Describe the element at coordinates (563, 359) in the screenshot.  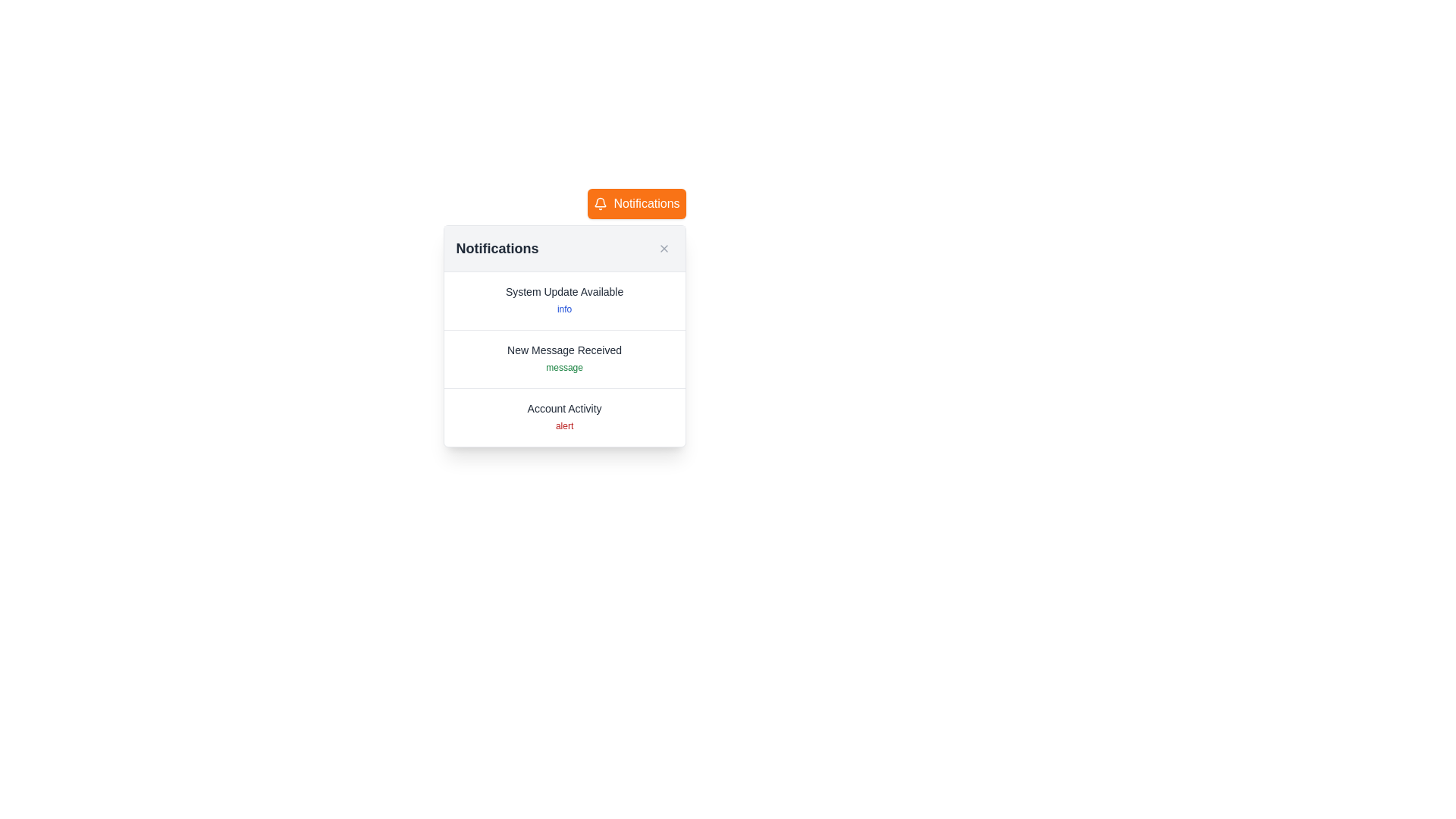
I see `the second notification item in the 'Notifications' dropdown, which displays 'New Message Received' in bold and green text` at that location.